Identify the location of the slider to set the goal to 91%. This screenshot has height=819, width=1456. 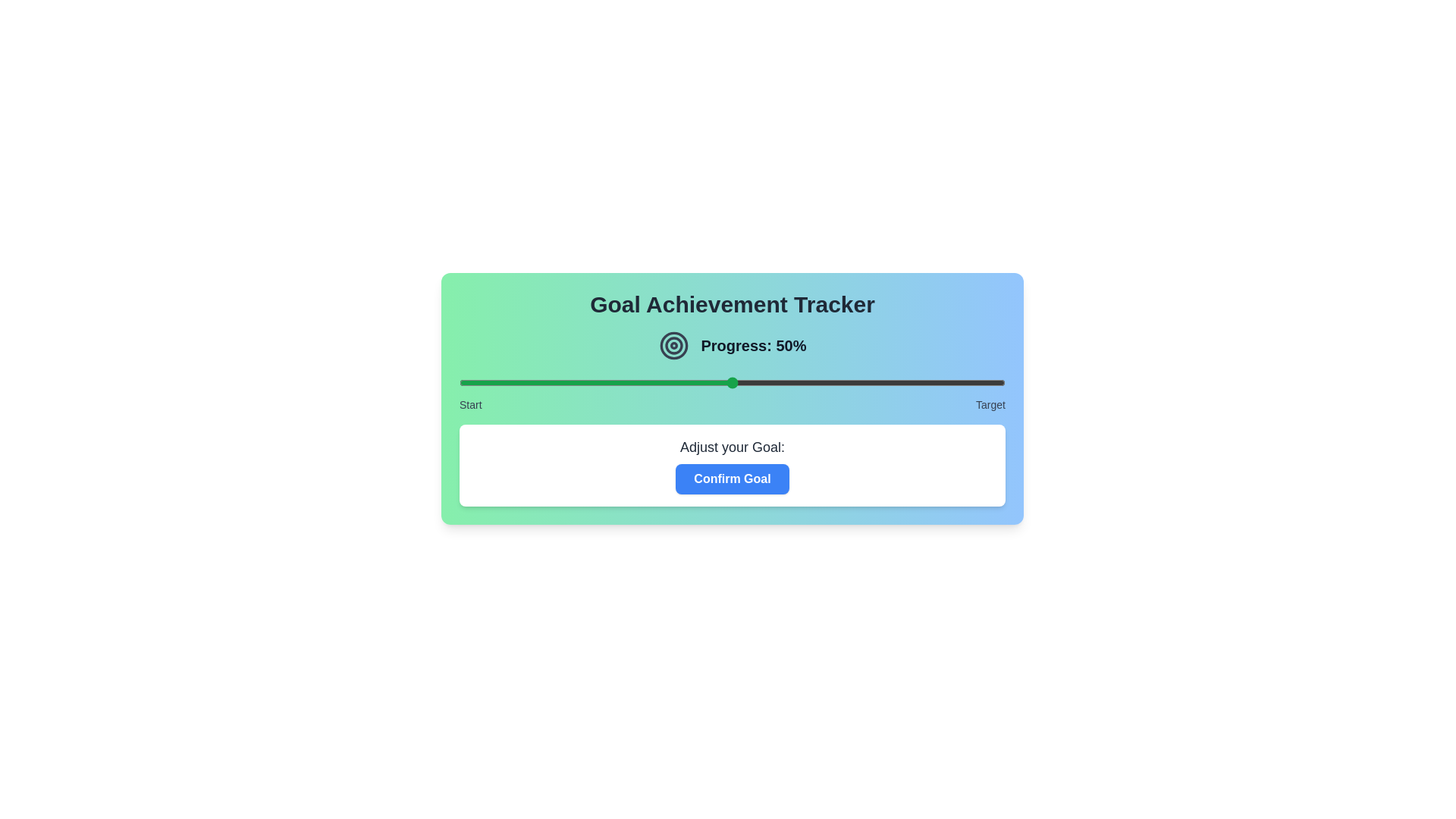
(955, 382).